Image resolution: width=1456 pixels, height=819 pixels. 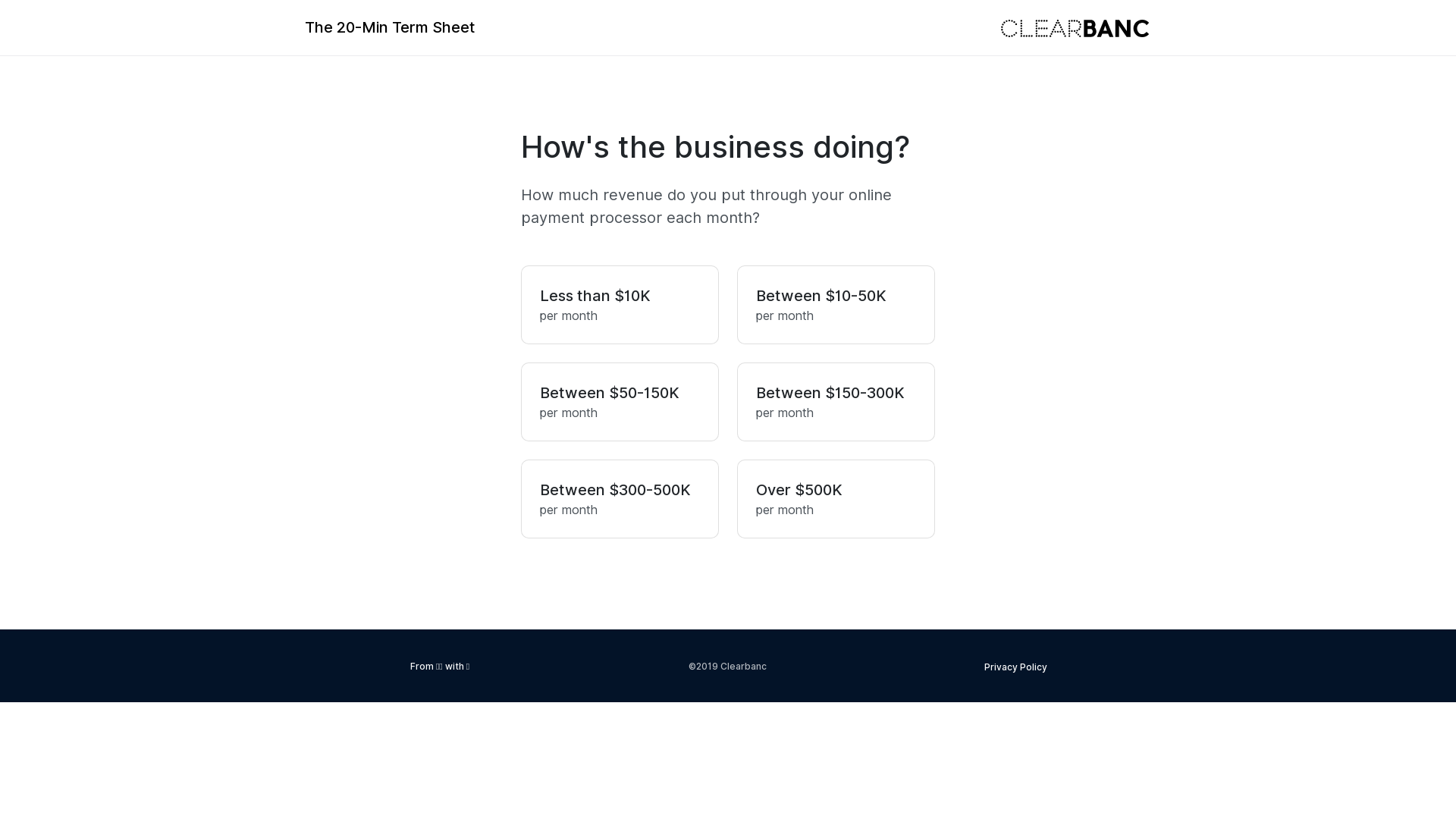 I want to click on 'Between $50-150K, so click(x=520, y=400).